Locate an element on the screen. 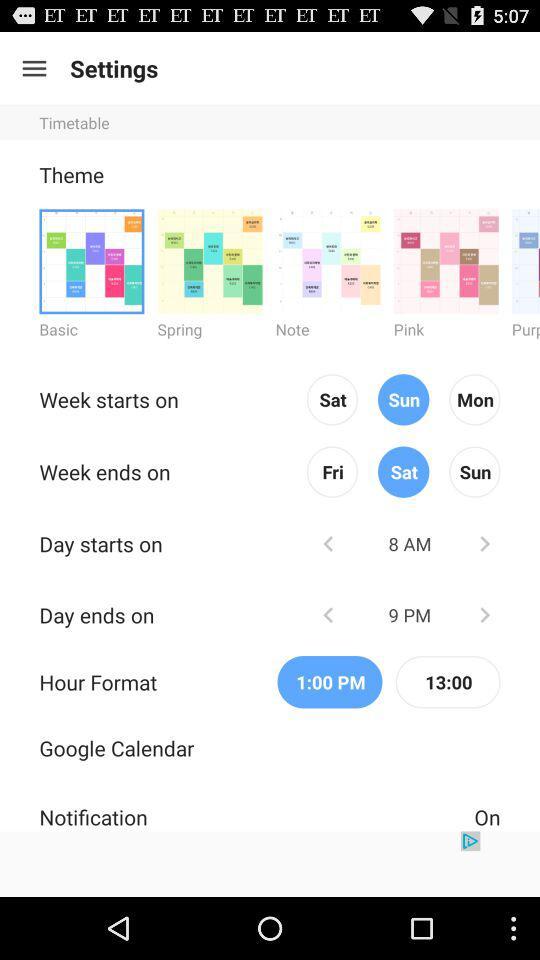  showing the advertisement is located at coordinates (270, 863).